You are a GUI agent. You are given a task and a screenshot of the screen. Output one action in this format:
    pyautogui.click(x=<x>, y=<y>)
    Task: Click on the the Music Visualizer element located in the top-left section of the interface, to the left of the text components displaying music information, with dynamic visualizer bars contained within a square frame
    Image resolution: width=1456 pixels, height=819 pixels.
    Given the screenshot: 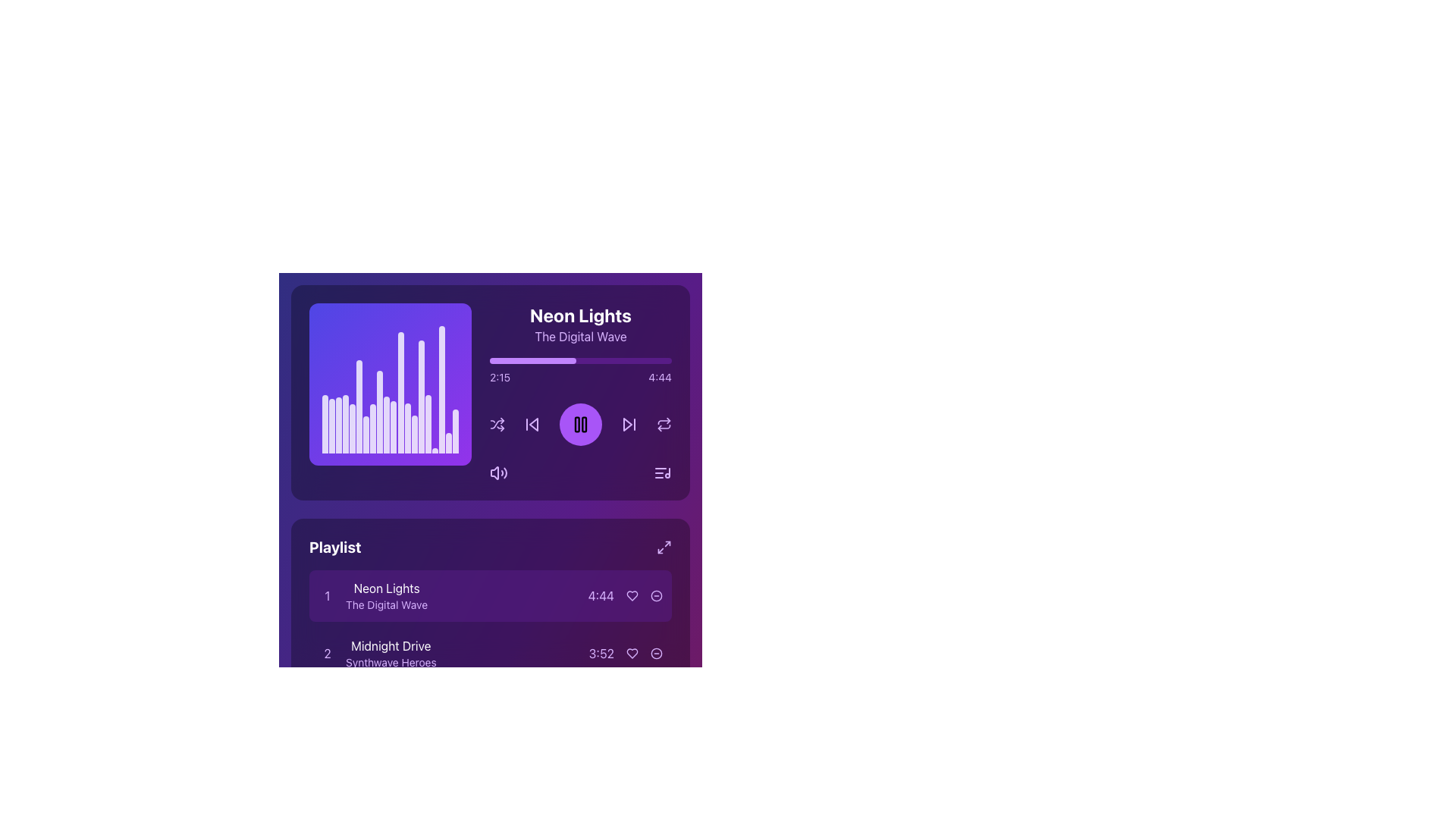 What is the action you would take?
    pyautogui.click(x=390, y=391)
    